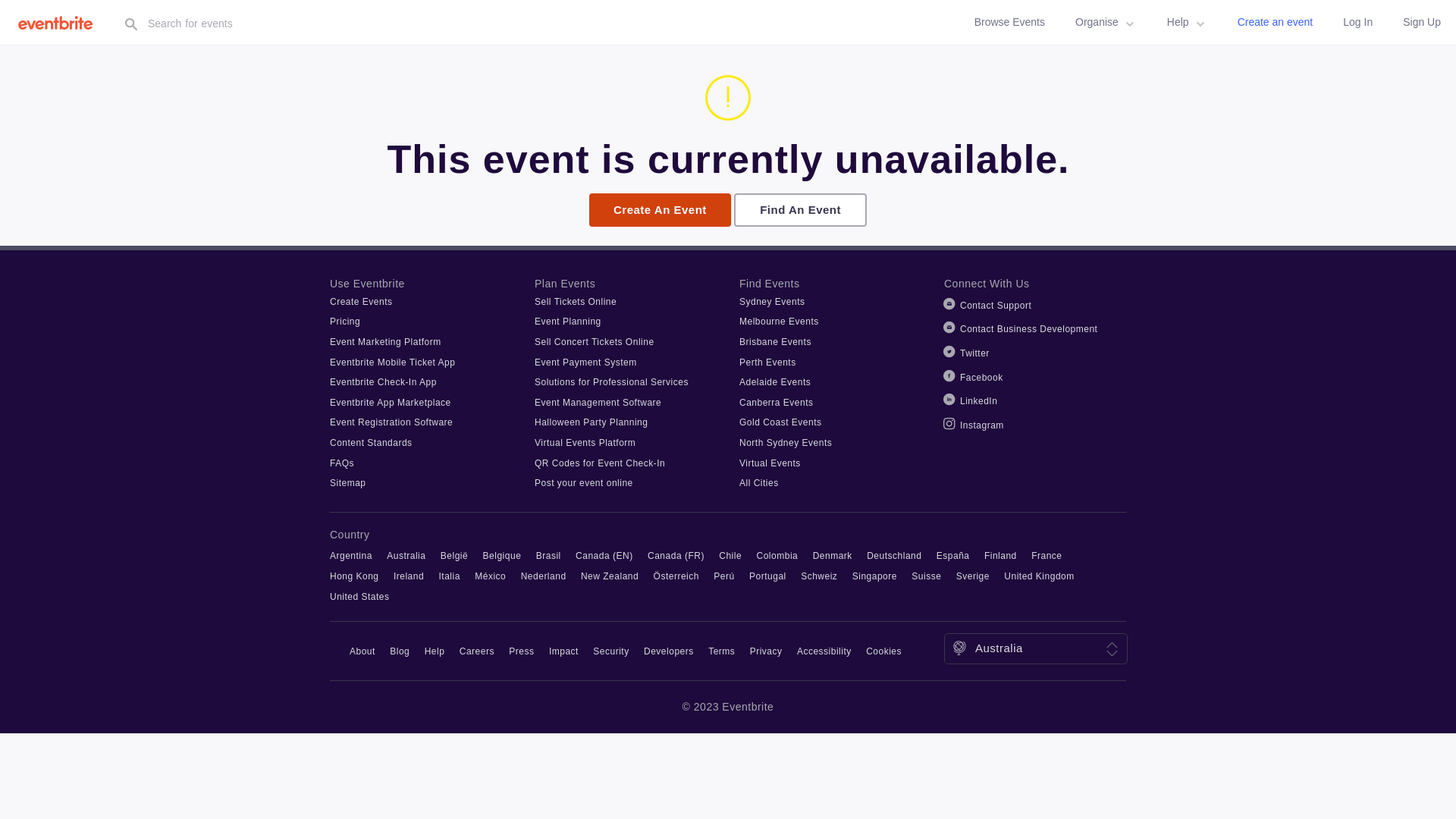 The width and height of the screenshot is (1456, 819). Describe the element at coordinates (585, 362) in the screenshot. I see `'Event Payment System'` at that location.